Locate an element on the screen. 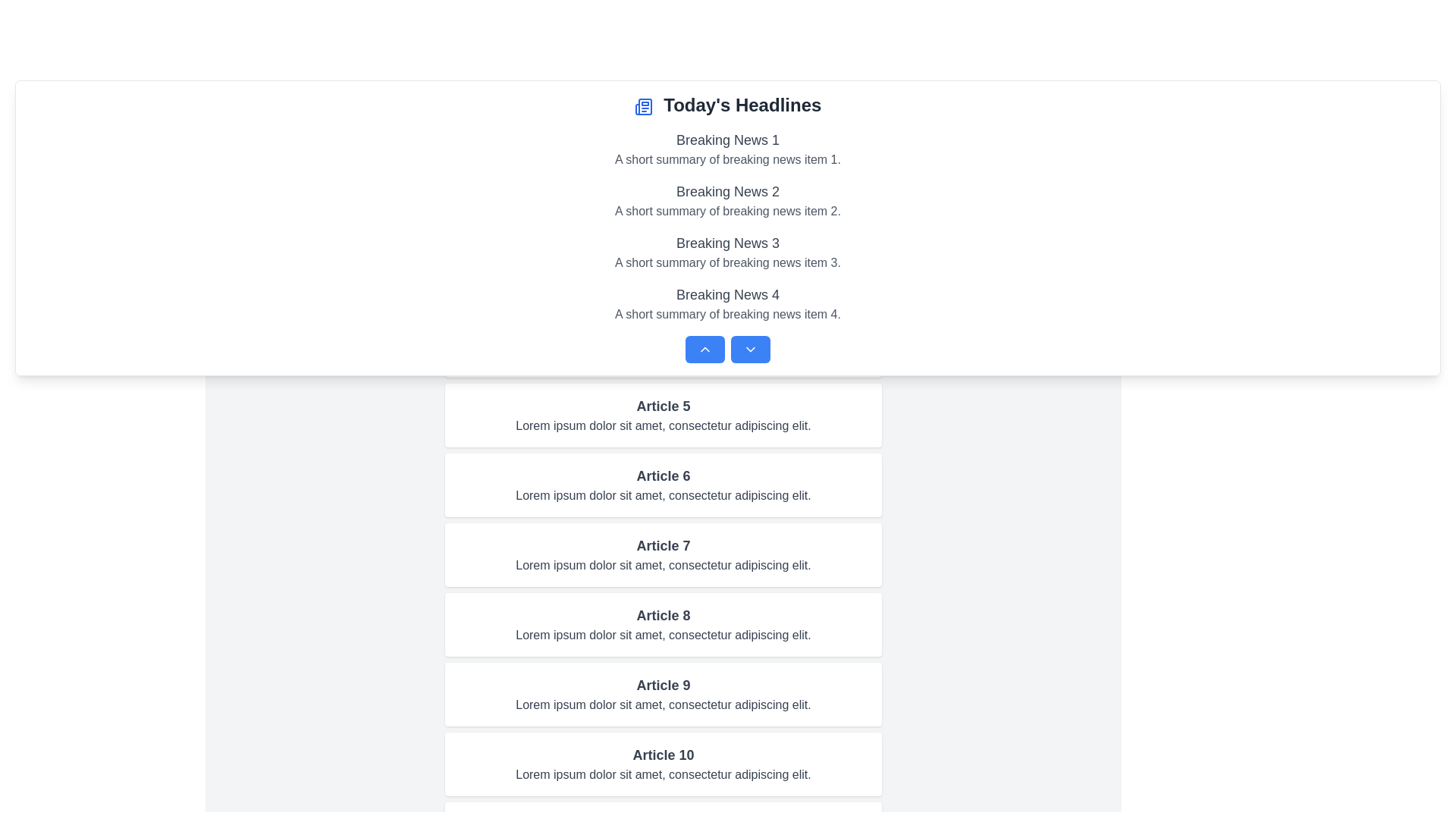 This screenshot has width=1456, height=819. the text content block reading 'Lorem ipsum dolor sit amet, consectetur adipiscing elit.' which is located directly below the primary header 'Article 8' is located at coordinates (663, 635).